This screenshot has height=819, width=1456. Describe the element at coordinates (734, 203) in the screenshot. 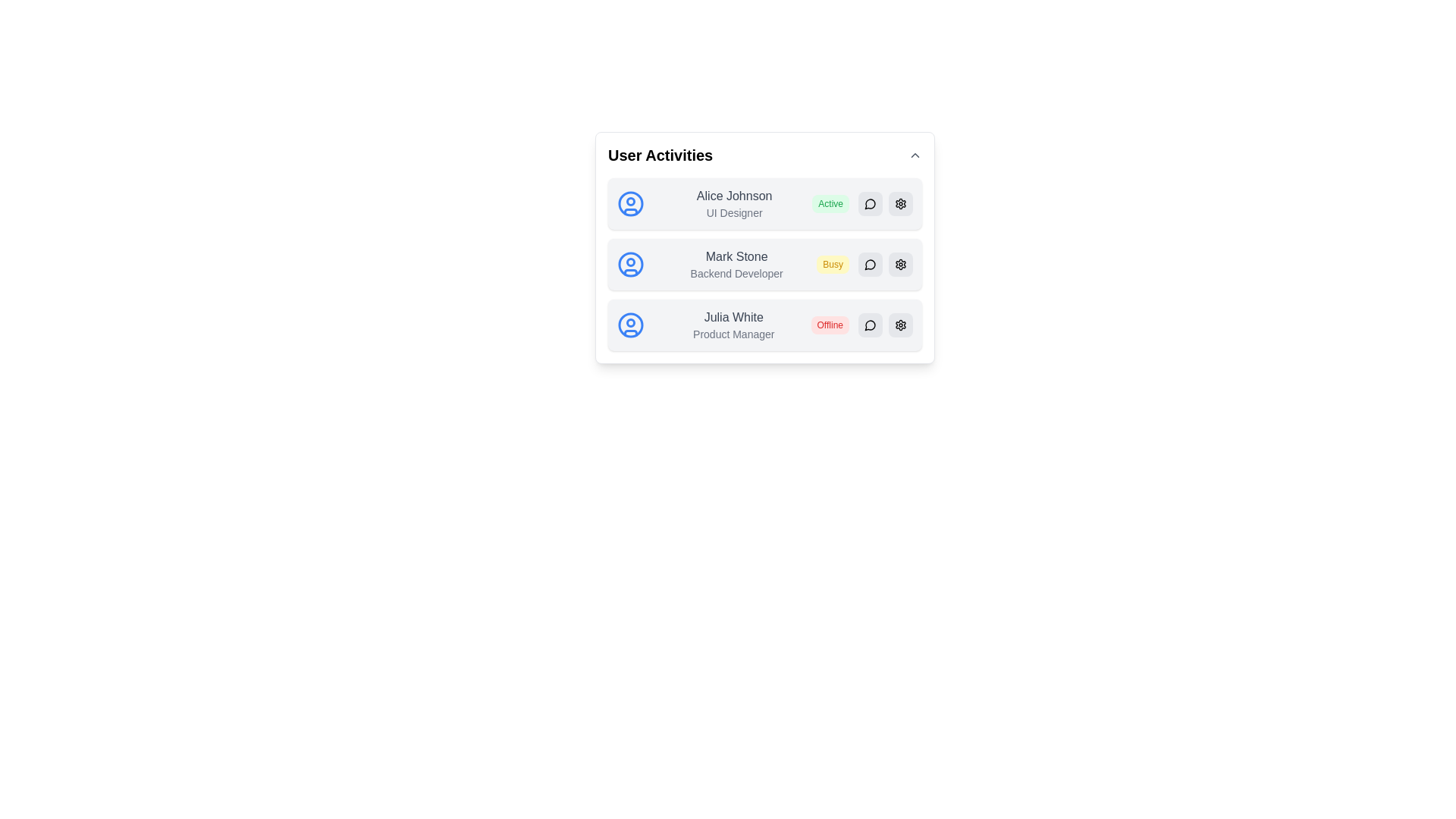

I see `the Text block that displays the user's name and job title, located in the list of users under 'User Activities'` at that location.